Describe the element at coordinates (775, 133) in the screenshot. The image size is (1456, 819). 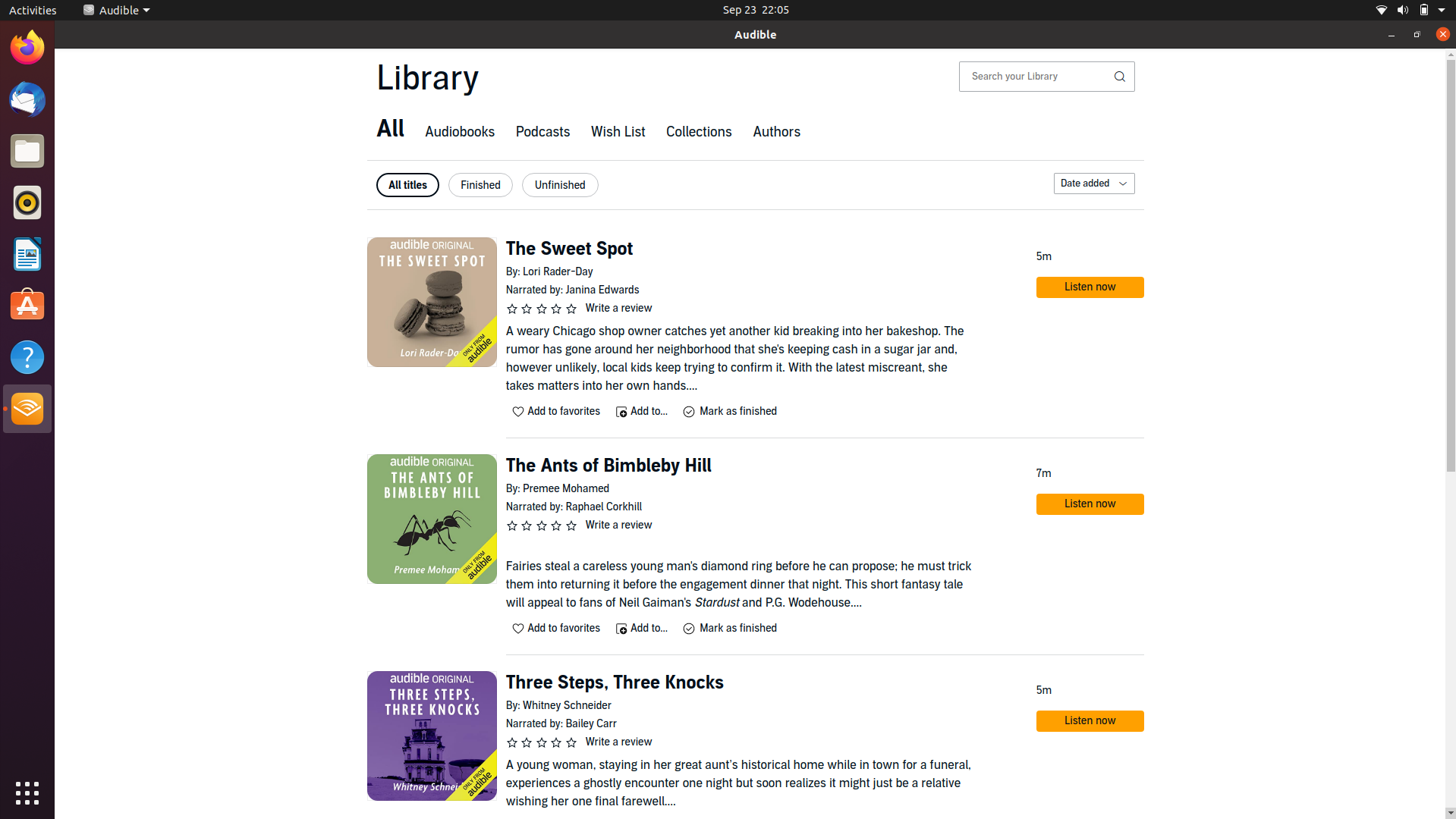
I see `the "Authors" option` at that location.